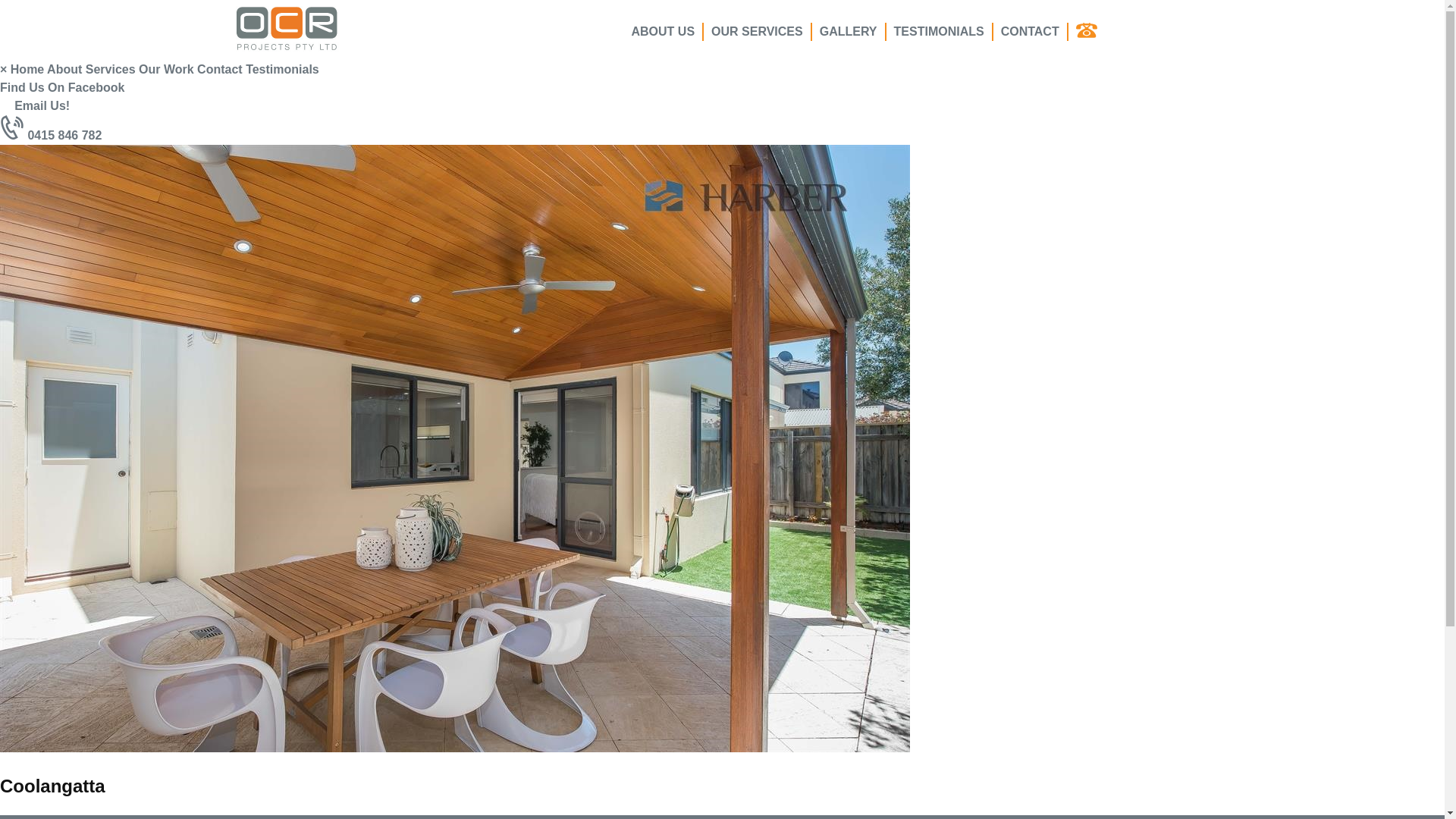  I want to click on 'ABOUT US', so click(663, 32).